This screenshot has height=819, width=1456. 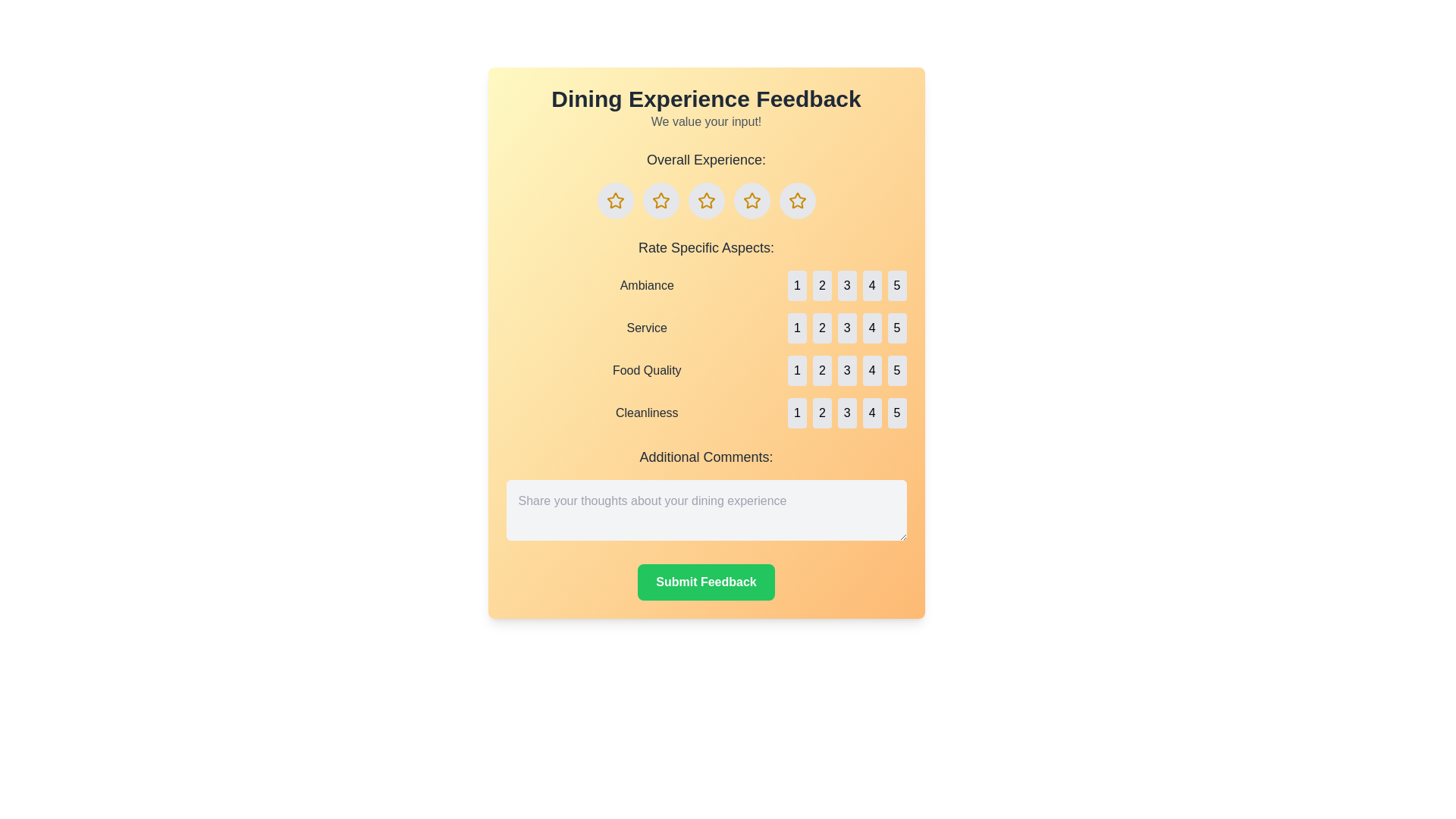 I want to click on the third button under the 'Ambiance' heading, so click(x=846, y=286).